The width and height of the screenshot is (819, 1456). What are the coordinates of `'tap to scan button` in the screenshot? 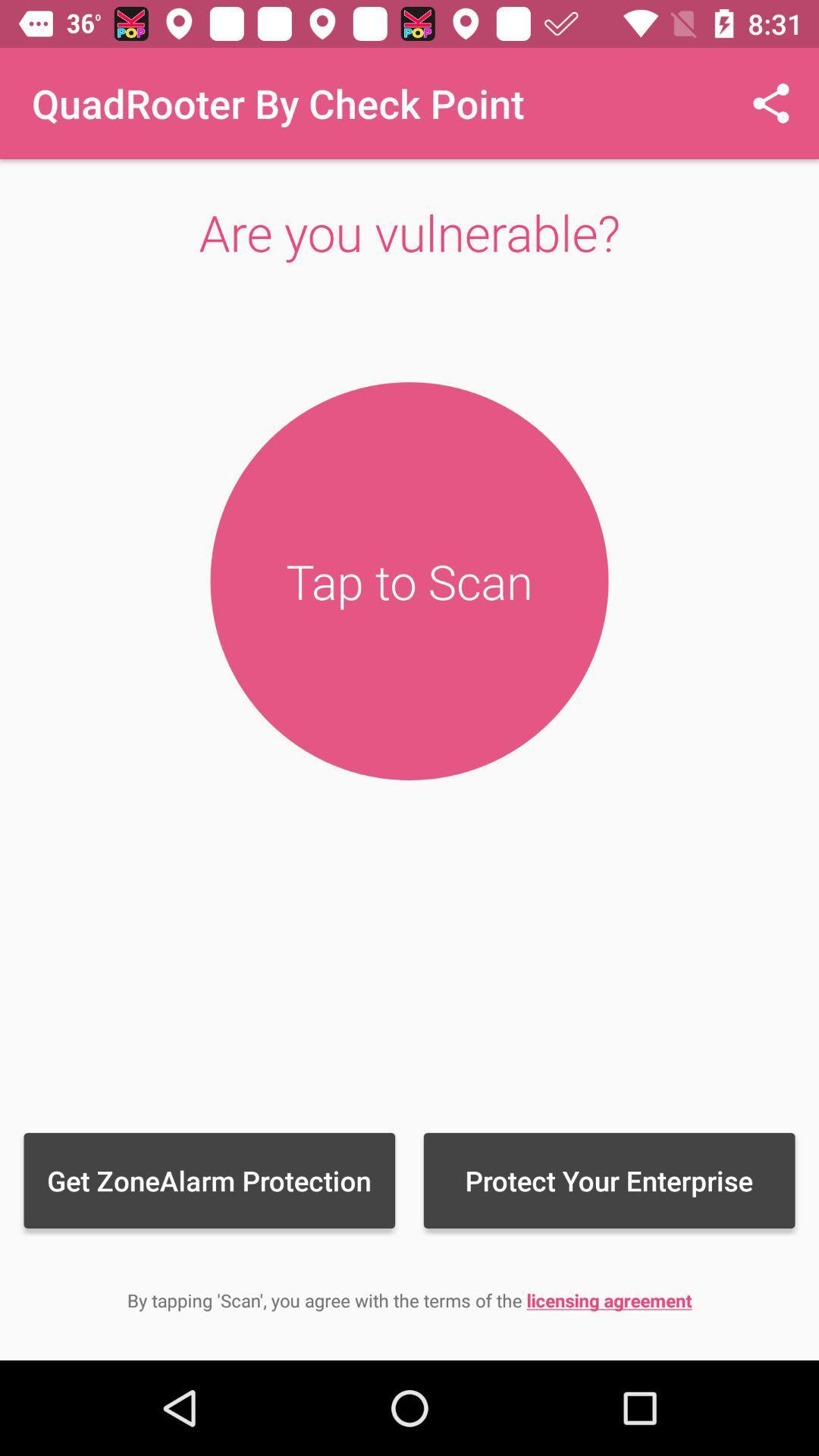 It's located at (409, 580).